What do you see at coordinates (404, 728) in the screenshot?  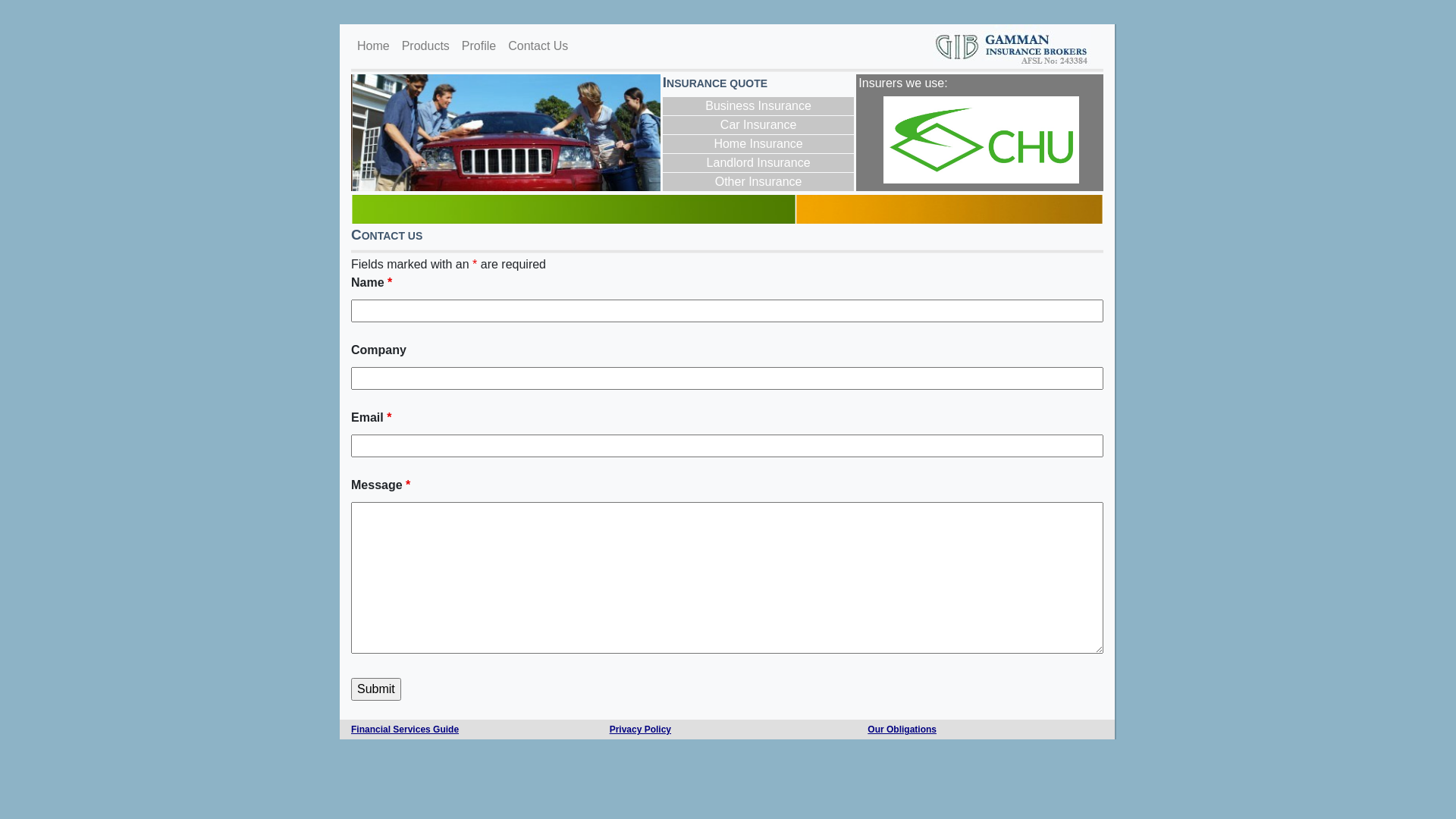 I see `'Financial Services Guide'` at bounding box center [404, 728].